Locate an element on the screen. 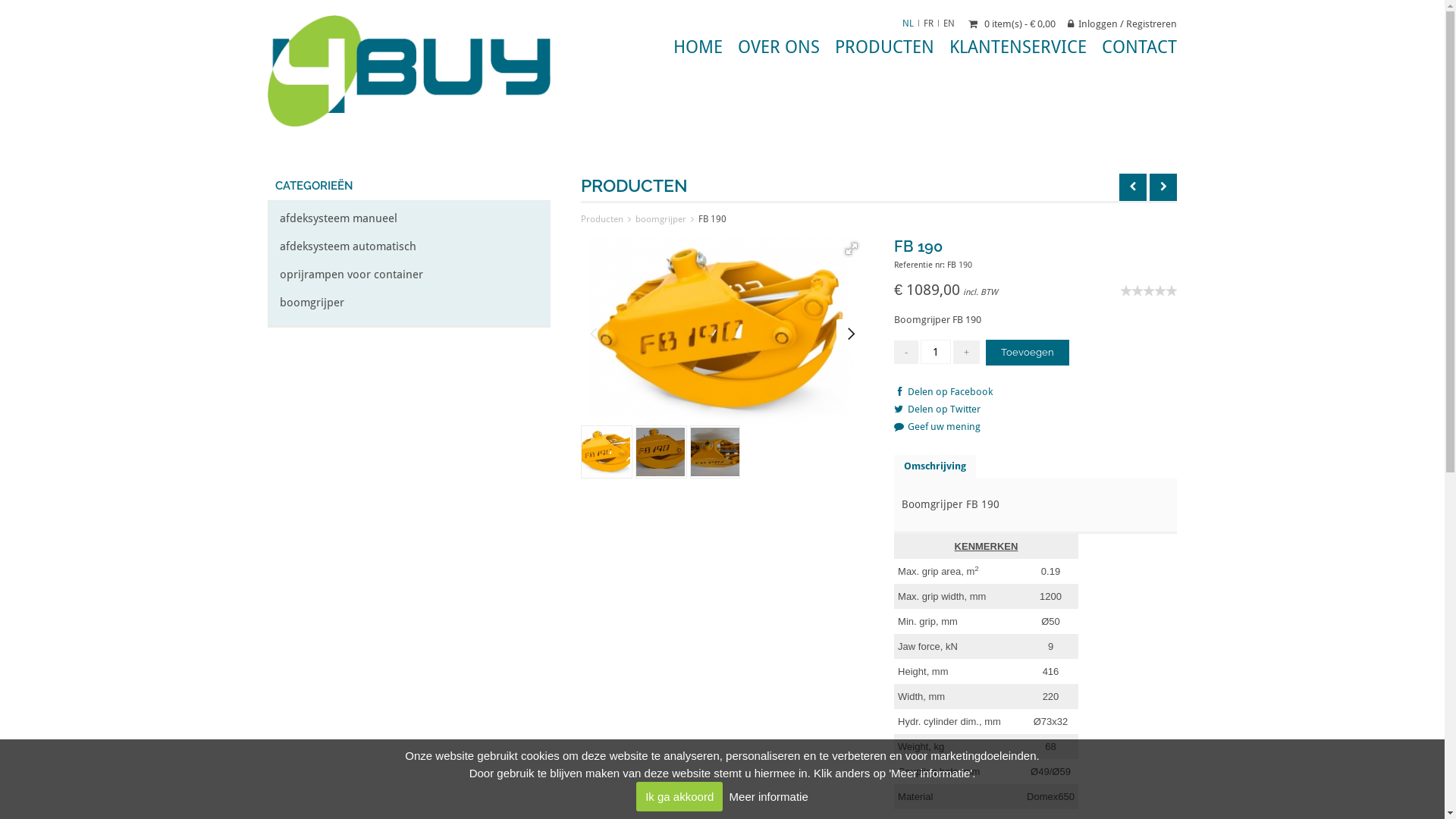 Image resolution: width=1456 pixels, height=819 pixels. 'Inloggen / Registreren' is located at coordinates (1122, 24).